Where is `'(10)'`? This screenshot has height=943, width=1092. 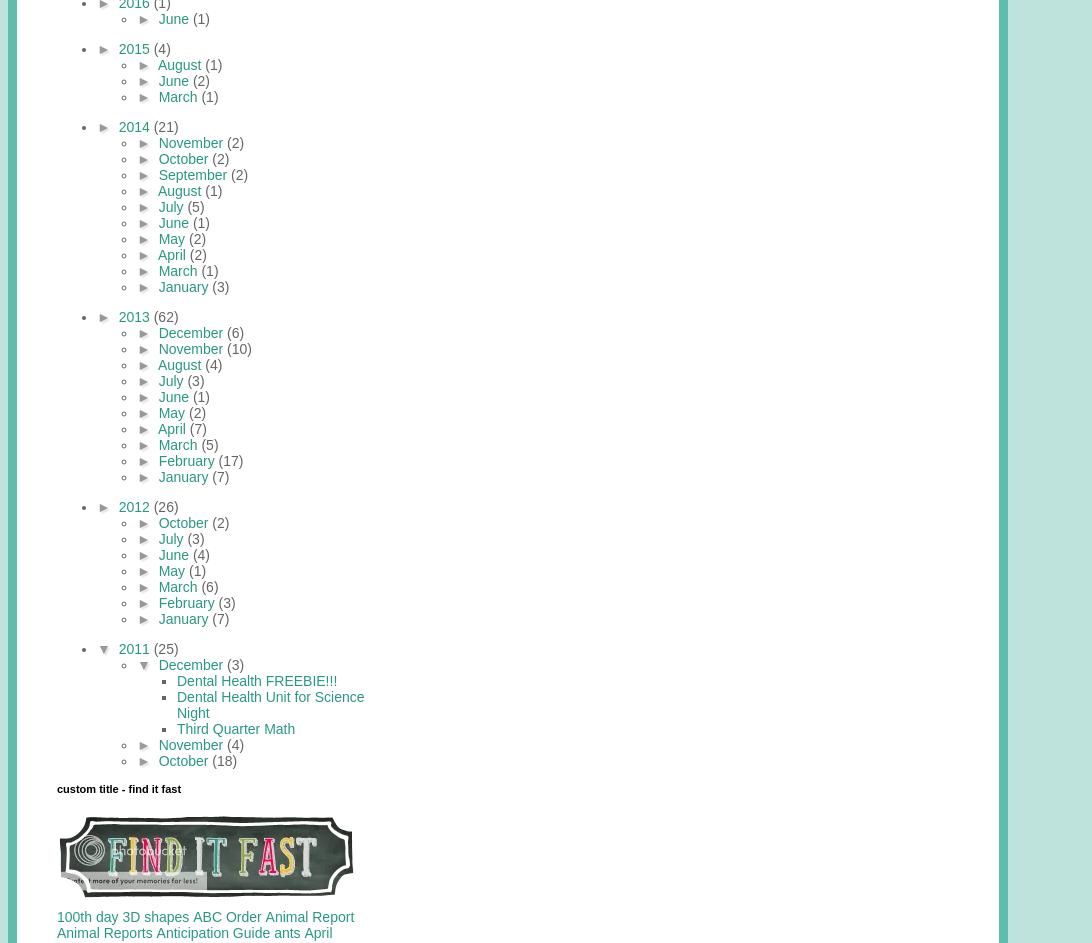 '(10)' is located at coordinates (239, 347).